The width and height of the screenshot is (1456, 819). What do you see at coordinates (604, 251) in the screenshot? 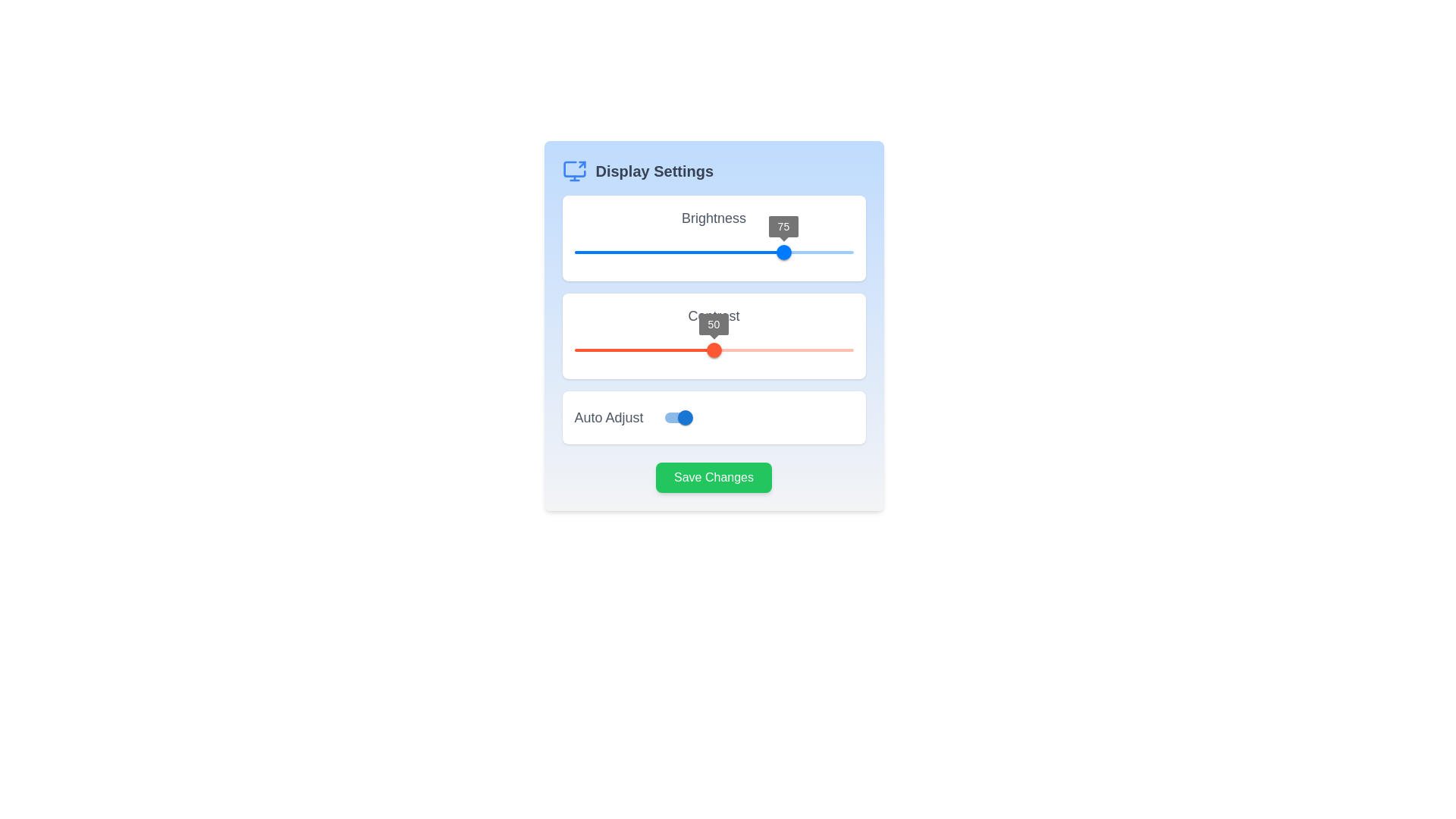
I see `the brightness slider` at bounding box center [604, 251].